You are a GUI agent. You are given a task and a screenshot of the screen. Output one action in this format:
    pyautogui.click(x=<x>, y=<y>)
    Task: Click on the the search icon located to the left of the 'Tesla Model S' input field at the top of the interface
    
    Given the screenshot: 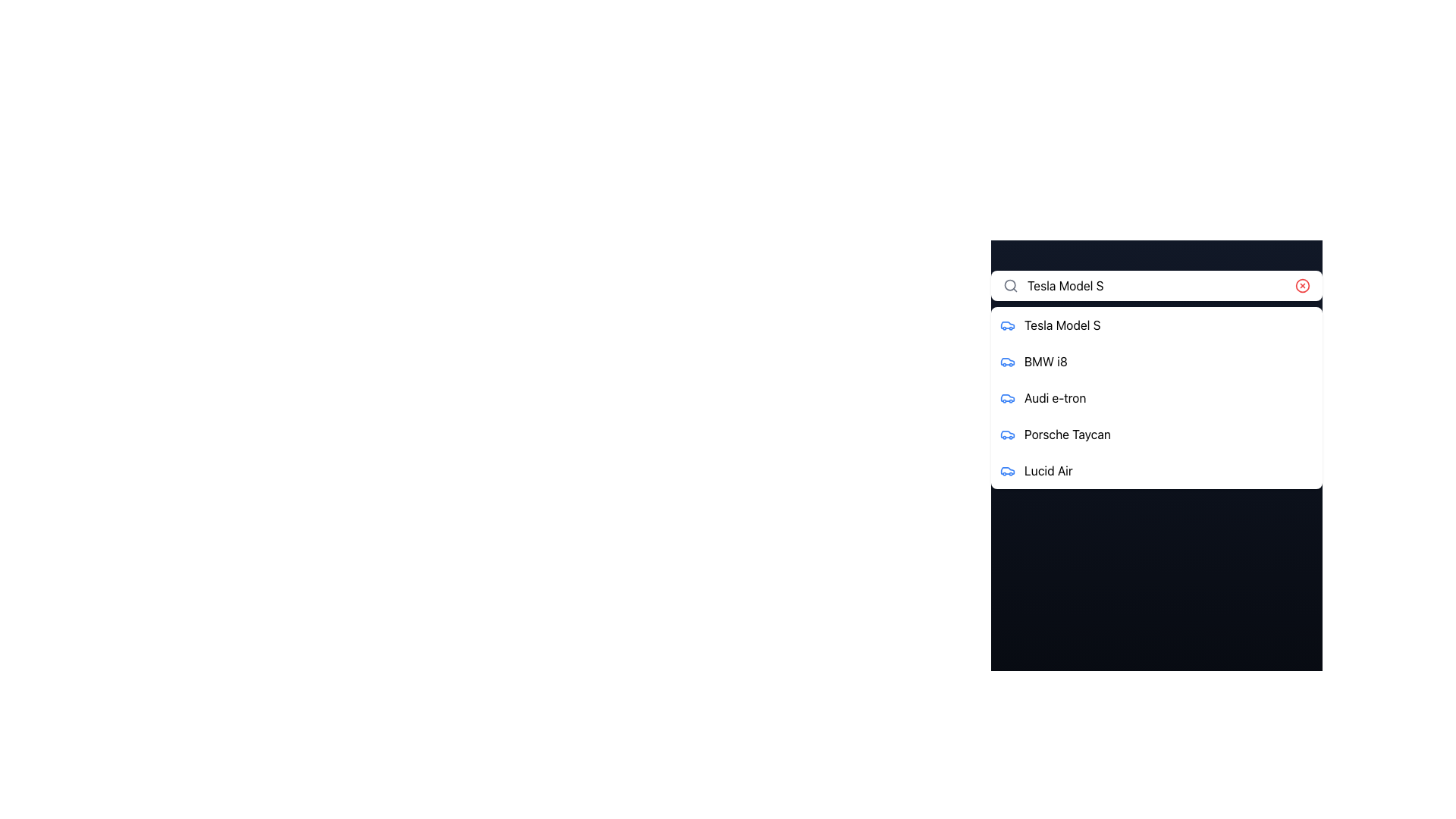 What is the action you would take?
    pyautogui.click(x=1011, y=286)
    